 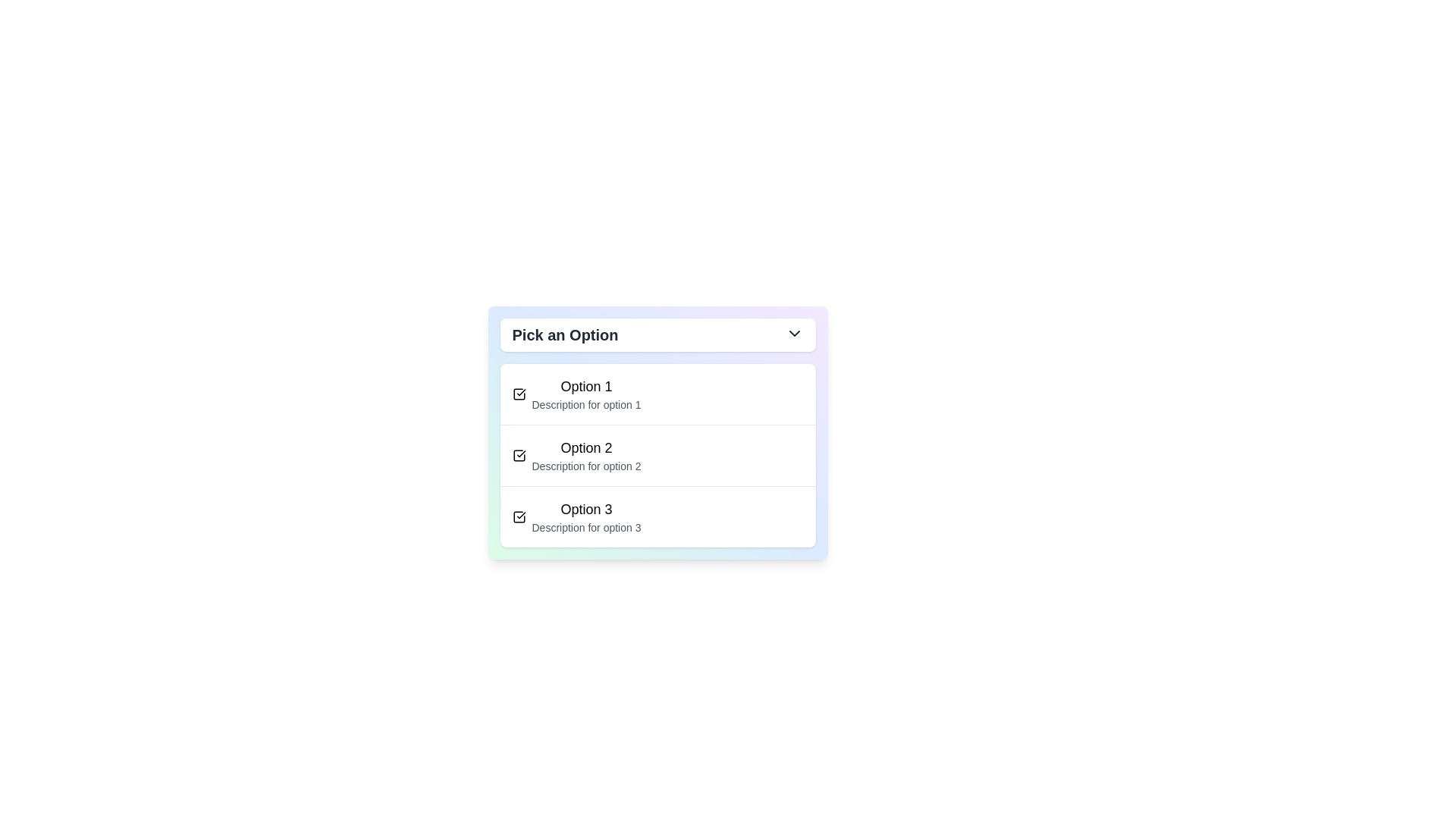 I want to click on the option 3 from the dropdown menu, so click(x=585, y=516).